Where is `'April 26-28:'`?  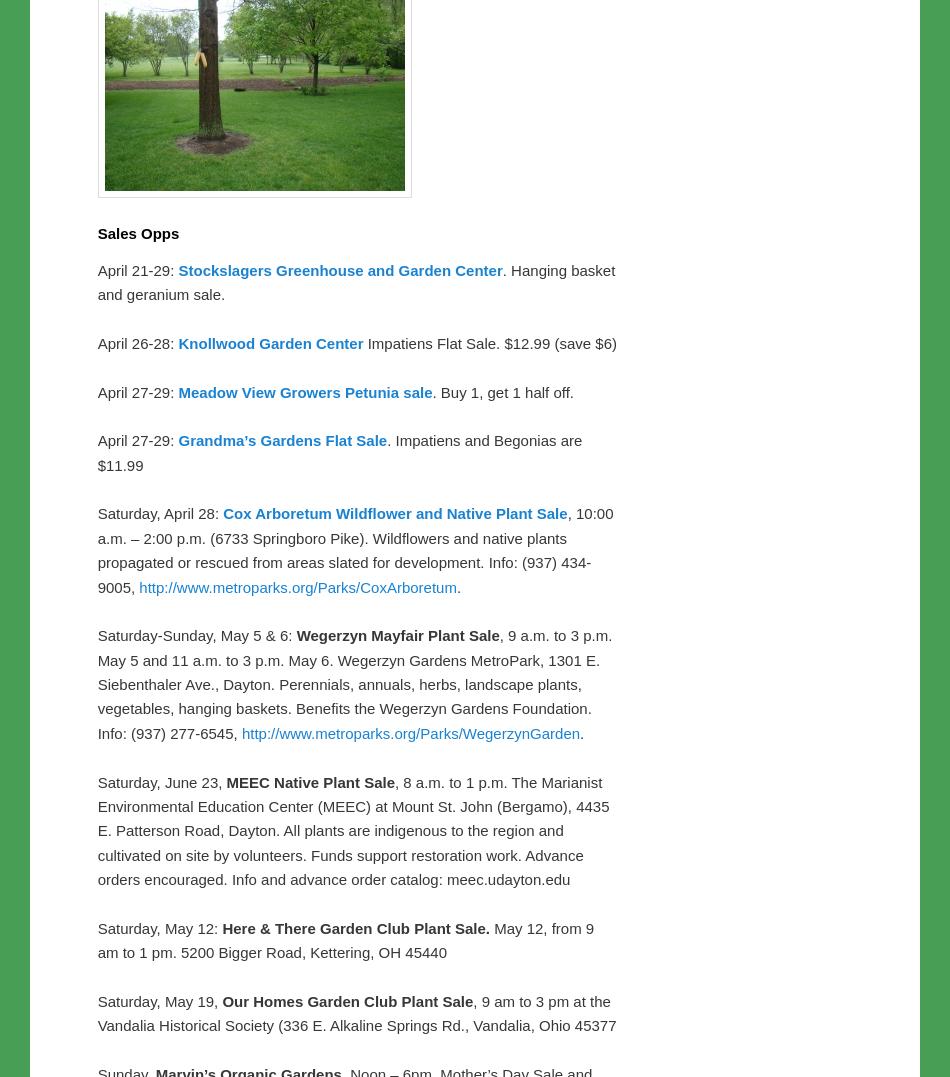 'April 26-28:' is located at coordinates (137, 341).